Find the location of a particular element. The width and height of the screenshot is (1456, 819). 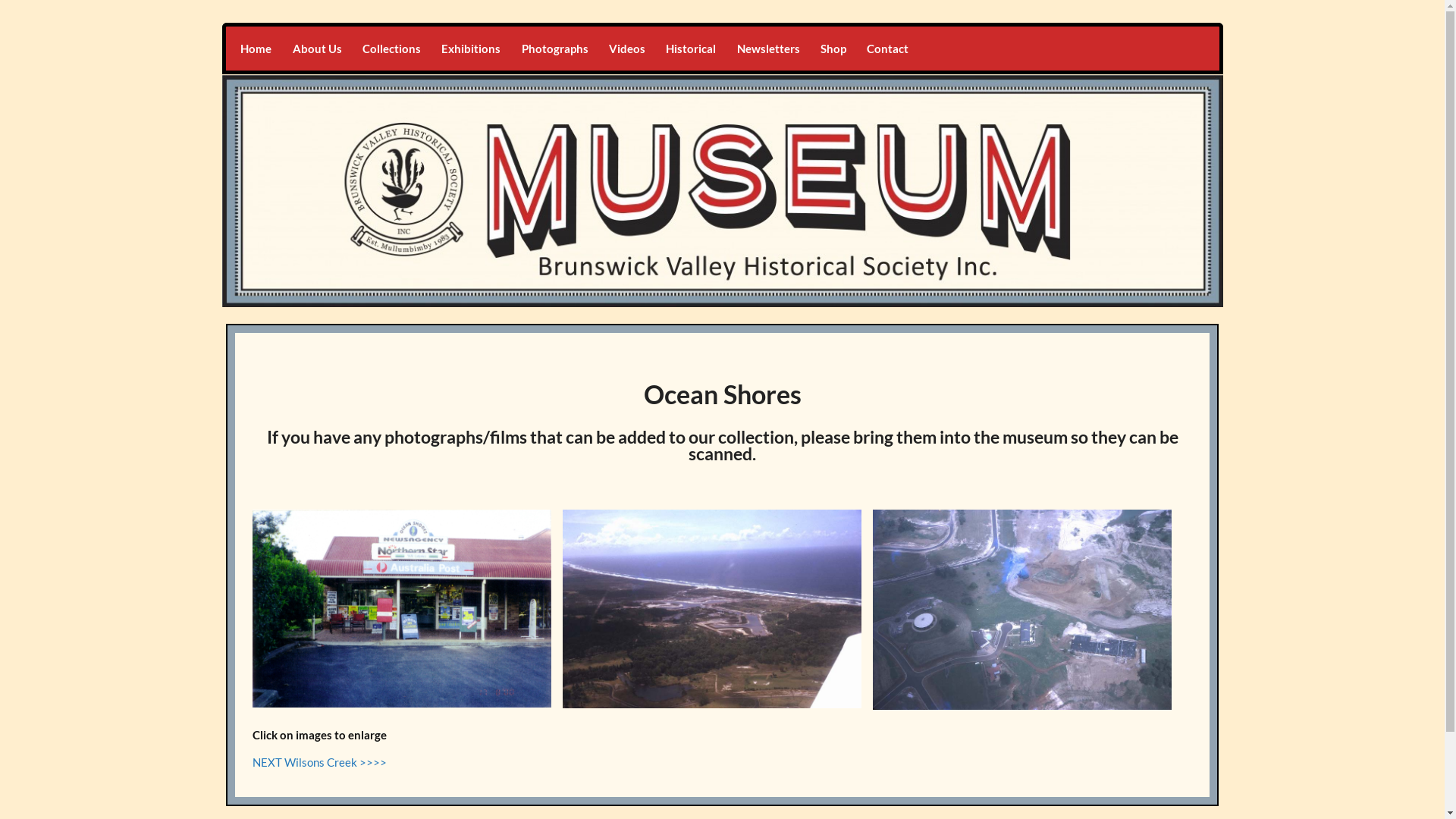

'About Us' is located at coordinates (282, 48).